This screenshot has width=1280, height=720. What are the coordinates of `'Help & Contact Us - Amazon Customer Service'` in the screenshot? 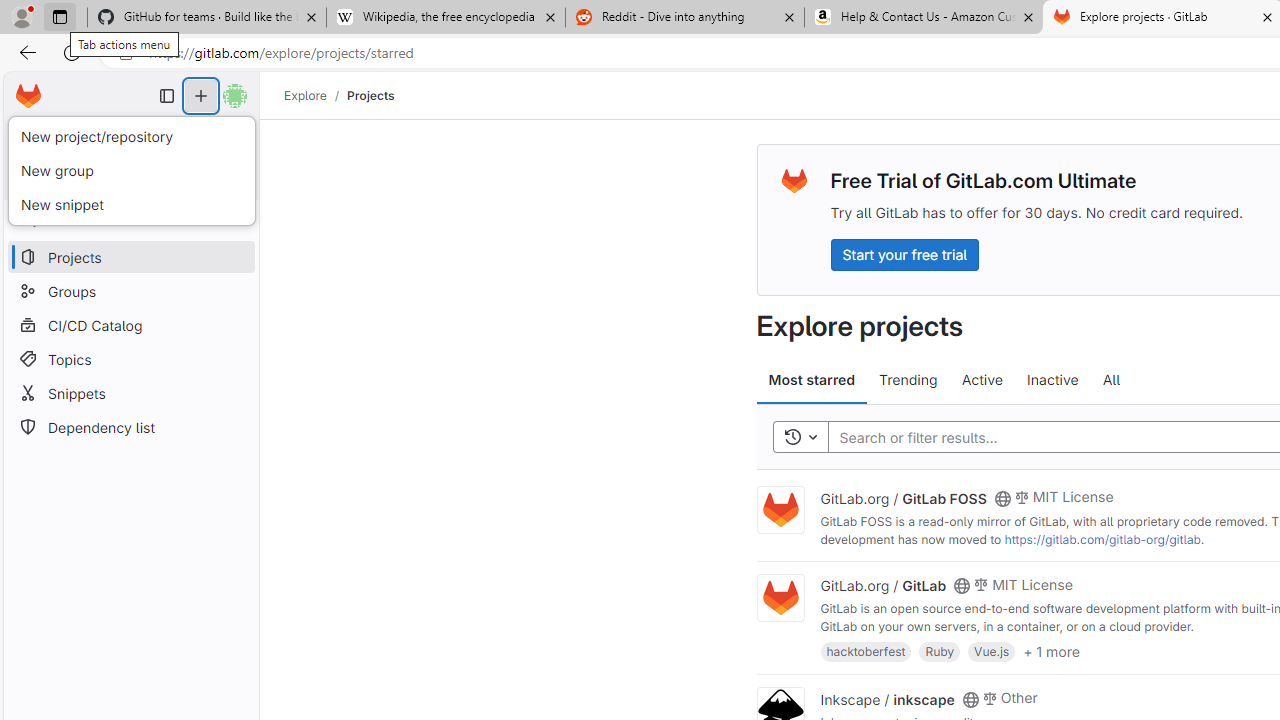 It's located at (923, 17).